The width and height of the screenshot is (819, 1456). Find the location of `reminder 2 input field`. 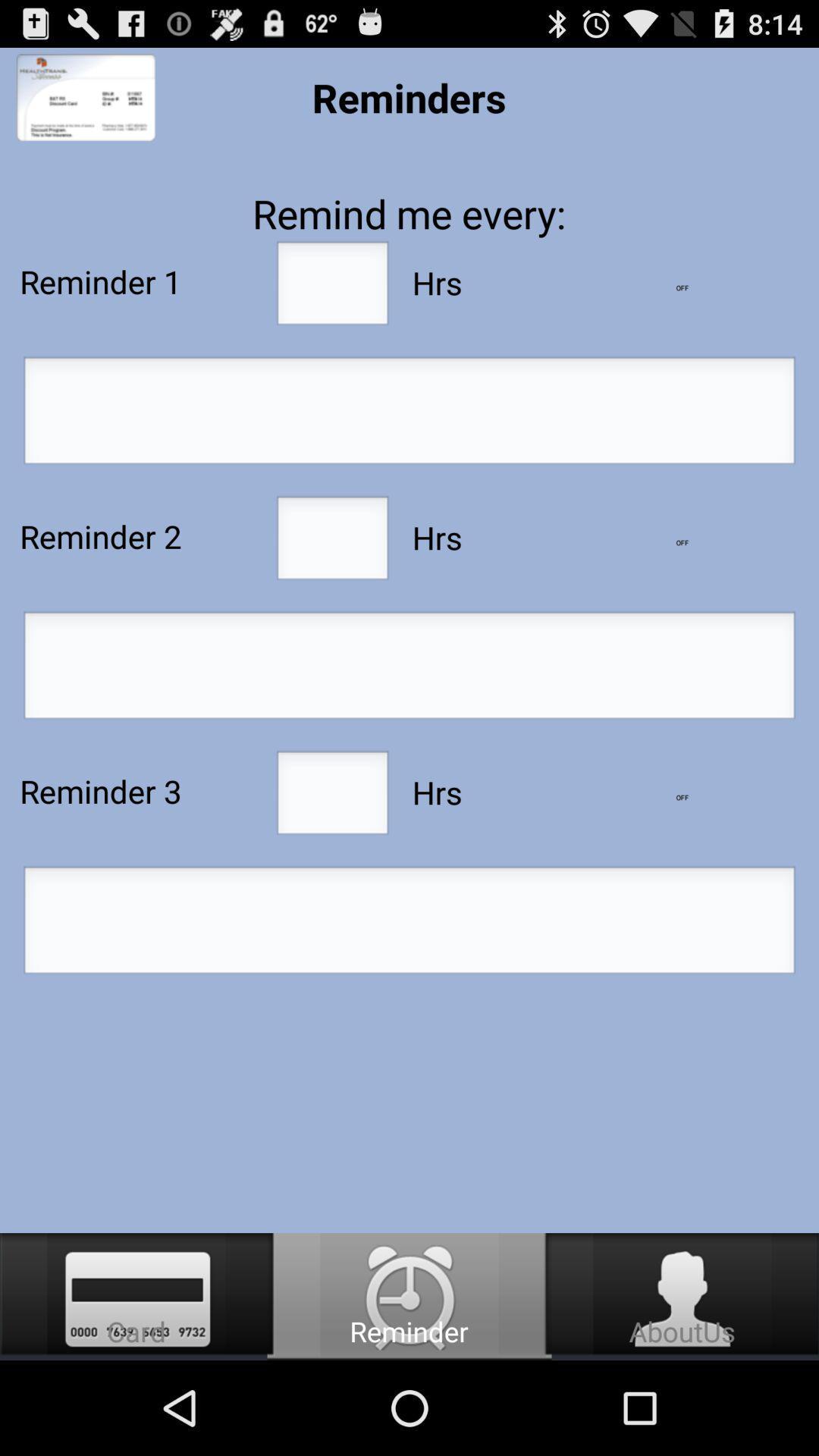

reminder 2 input field is located at coordinates (331, 542).